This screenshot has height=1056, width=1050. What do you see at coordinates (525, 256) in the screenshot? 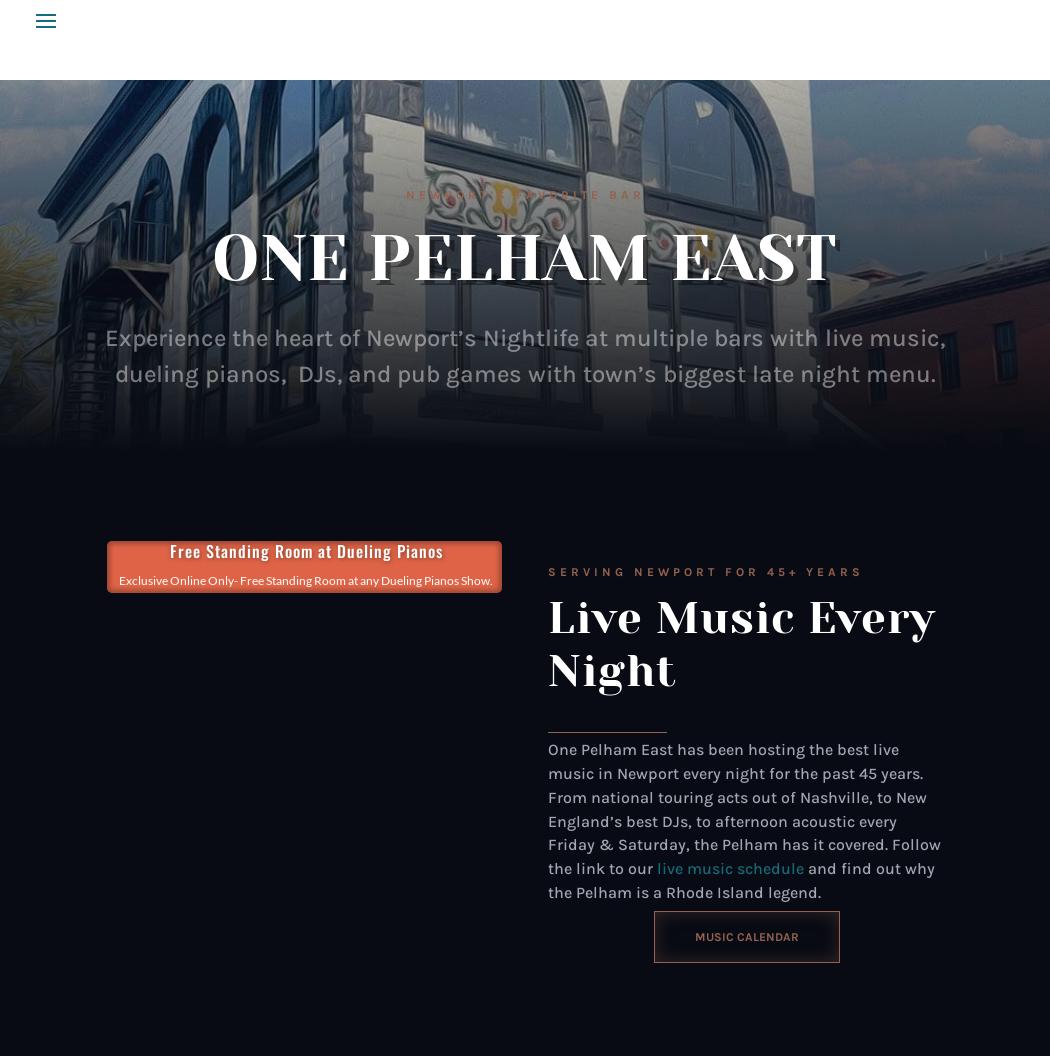
I see `'ONE PELHAM EAST'` at bounding box center [525, 256].